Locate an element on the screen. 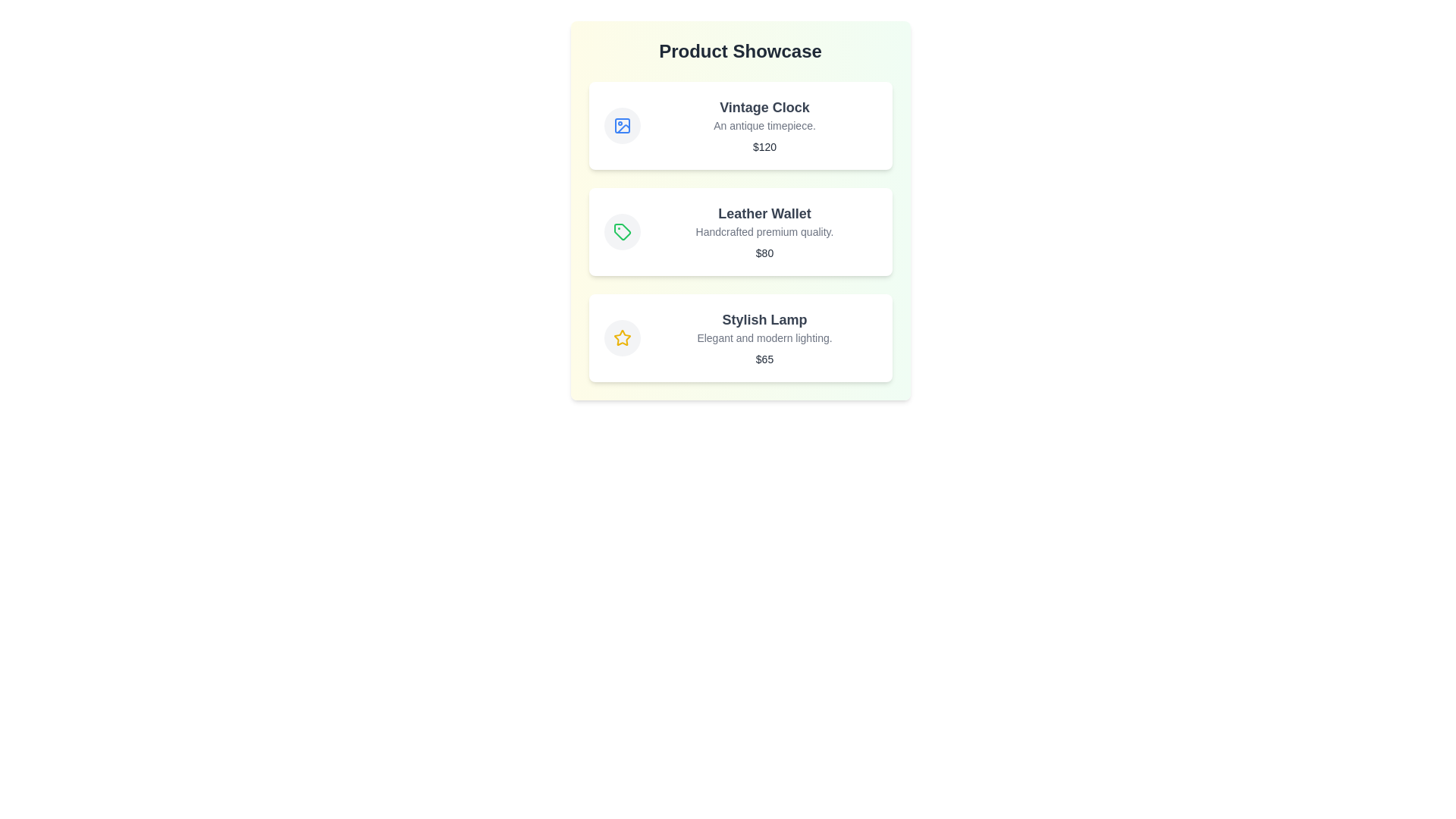  the product card corresponding to Leather Wallet is located at coordinates (740, 231).